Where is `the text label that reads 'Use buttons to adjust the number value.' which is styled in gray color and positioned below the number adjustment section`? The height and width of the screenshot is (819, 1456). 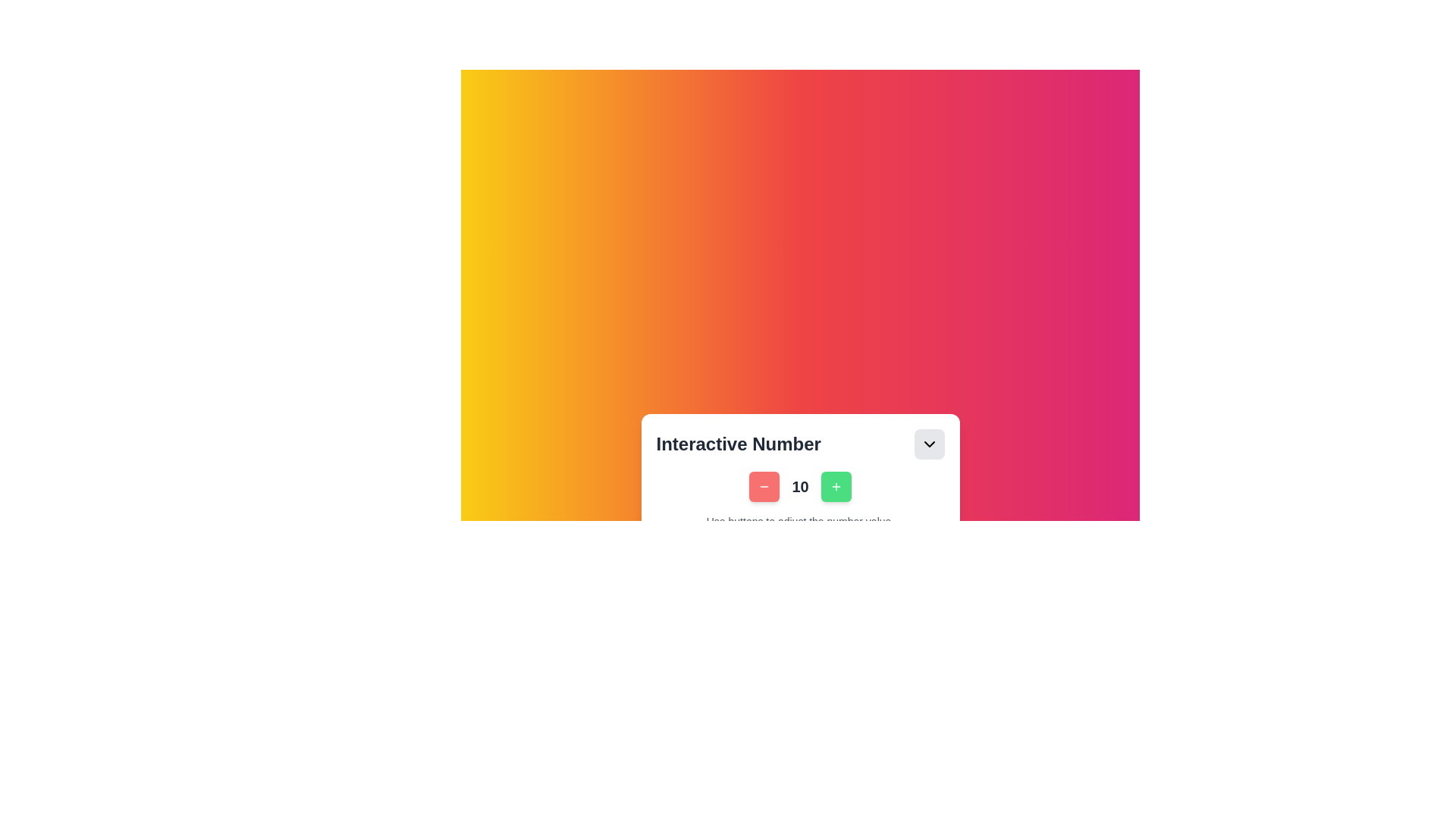
the text label that reads 'Use buttons to adjust the number value.' which is styled in gray color and positioned below the number adjustment section is located at coordinates (799, 520).